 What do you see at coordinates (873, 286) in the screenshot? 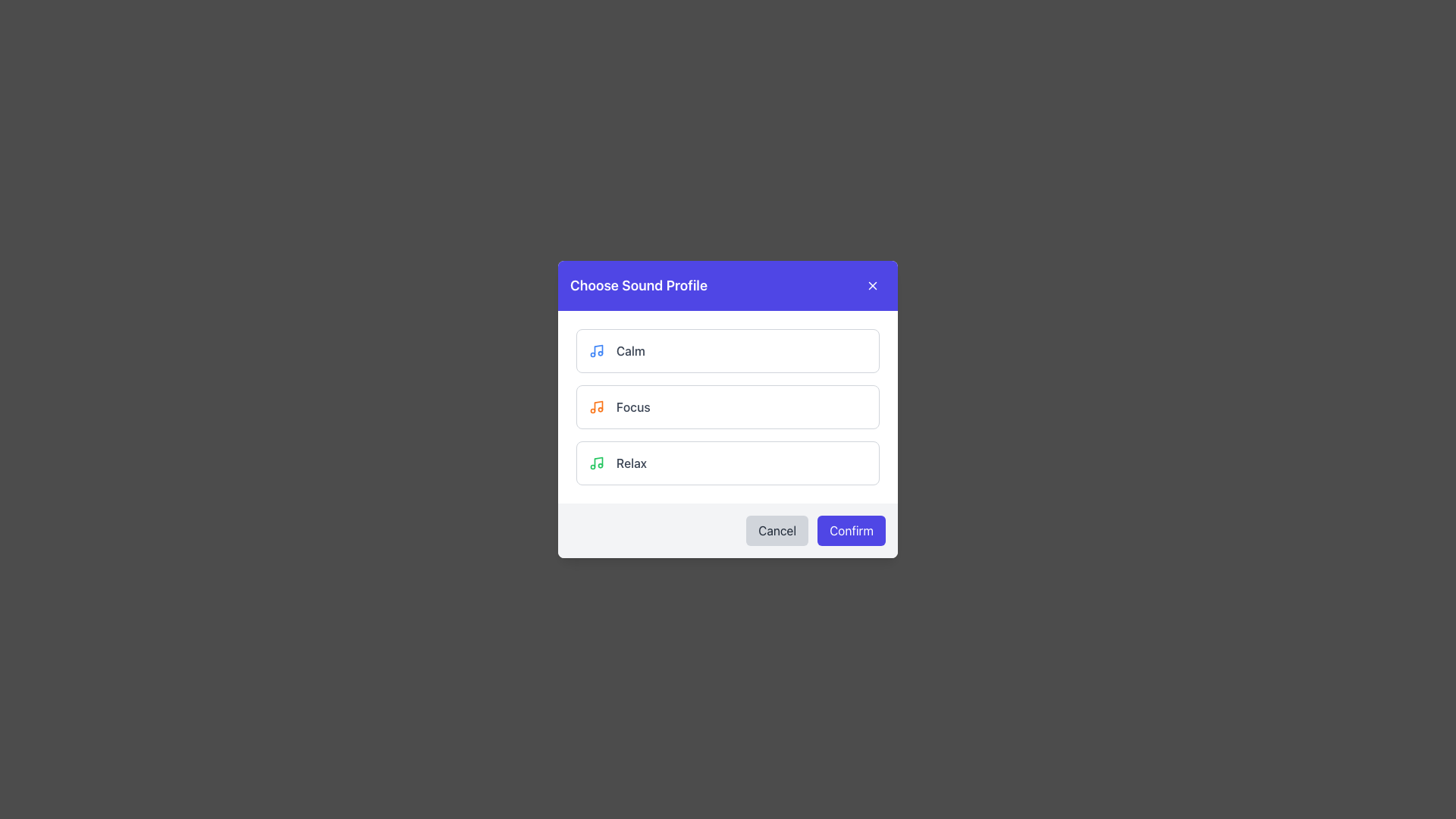
I see `the close button located at the top-right of the 'Choose Sound Profile' dialog box` at bounding box center [873, 286].